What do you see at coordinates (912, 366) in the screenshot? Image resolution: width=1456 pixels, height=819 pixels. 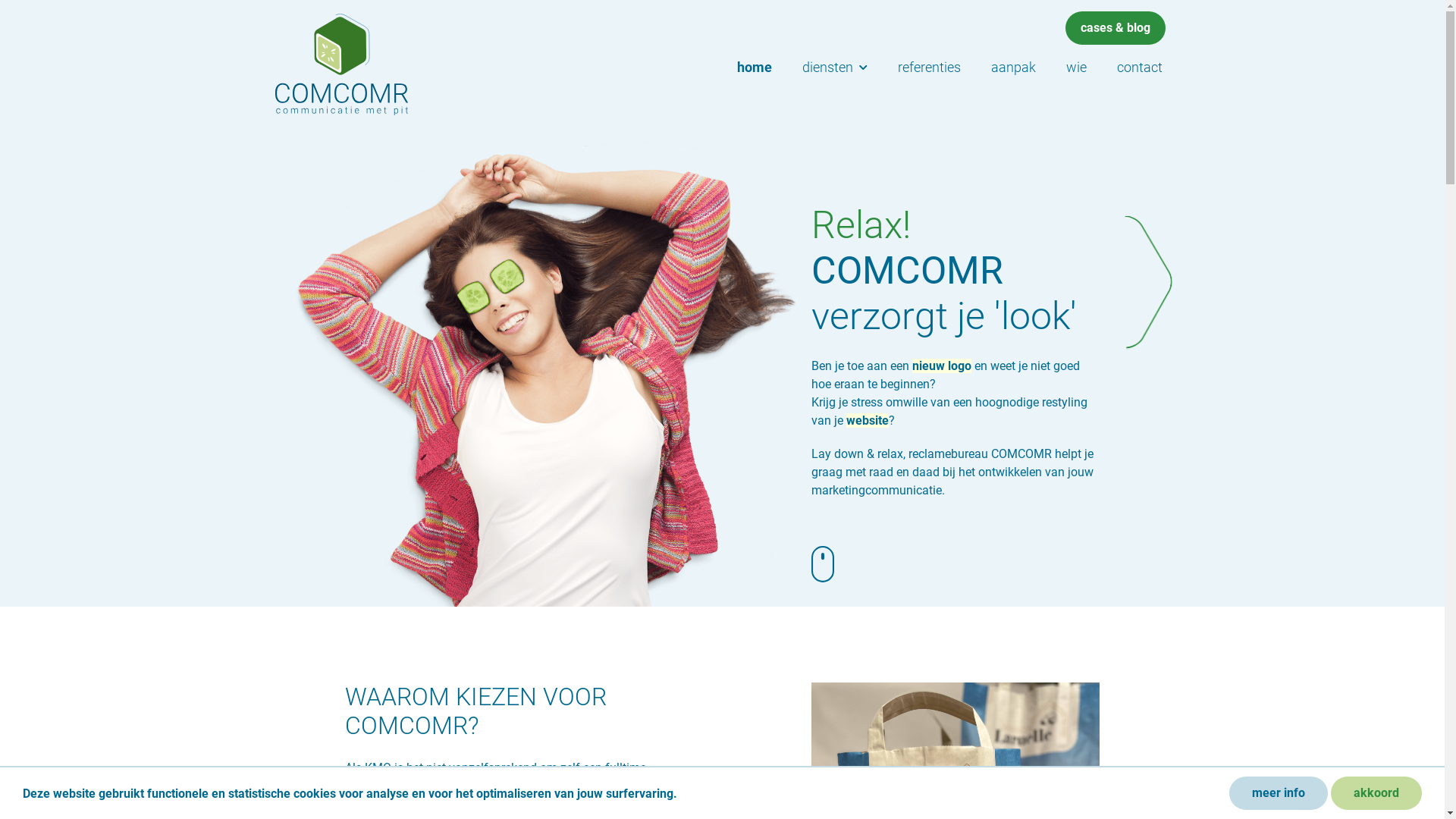 I see `'nieuw logo'` at bounding box center [912, 366].